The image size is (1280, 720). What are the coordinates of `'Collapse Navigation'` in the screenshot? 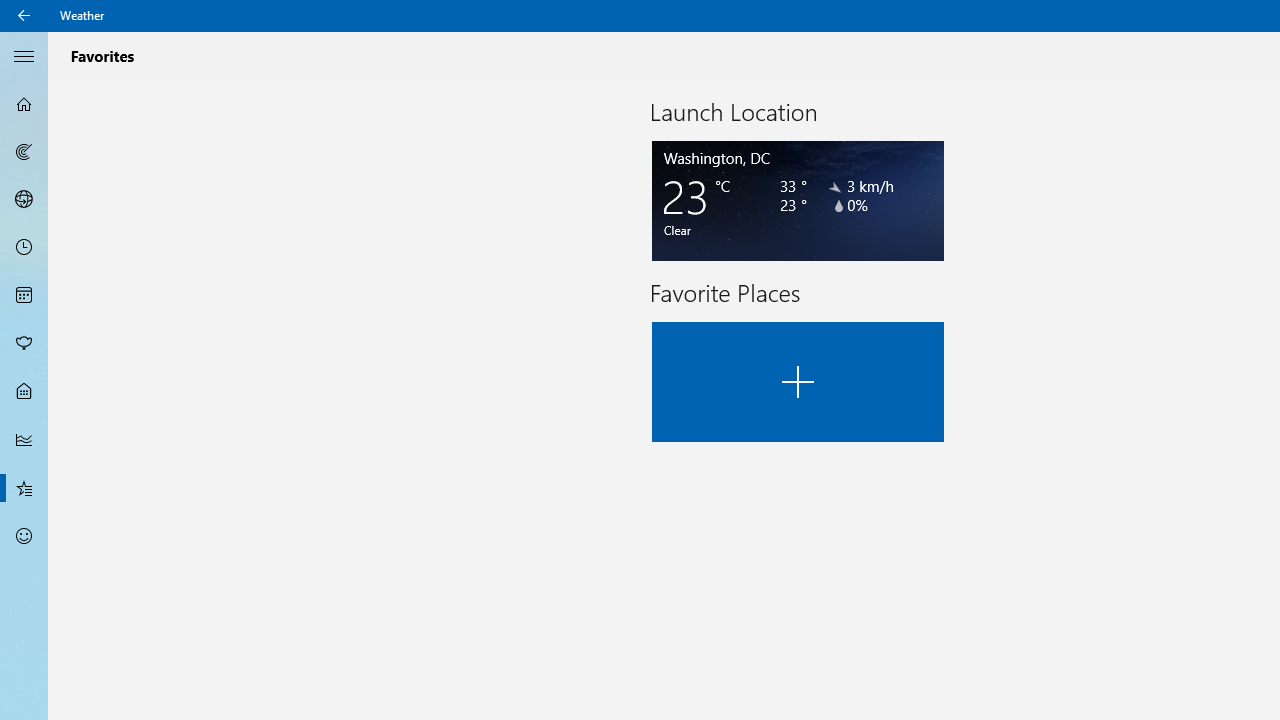 It's located at (24, 54).